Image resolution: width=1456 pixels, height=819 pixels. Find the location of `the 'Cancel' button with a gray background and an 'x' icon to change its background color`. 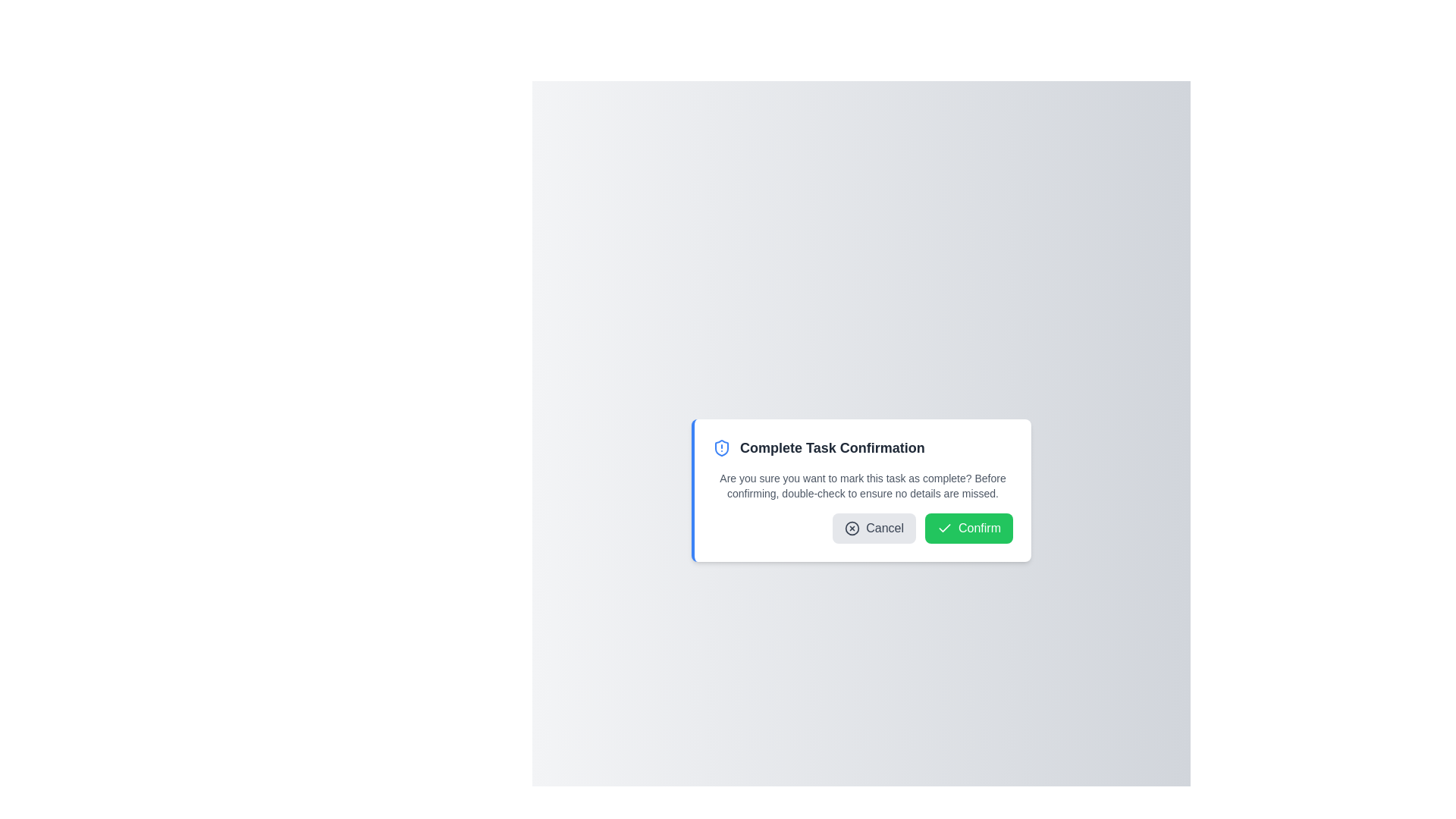

the 'Cancel' button with a gray background and an 'x' icon to change its background color is located at coordinates (874, 528).